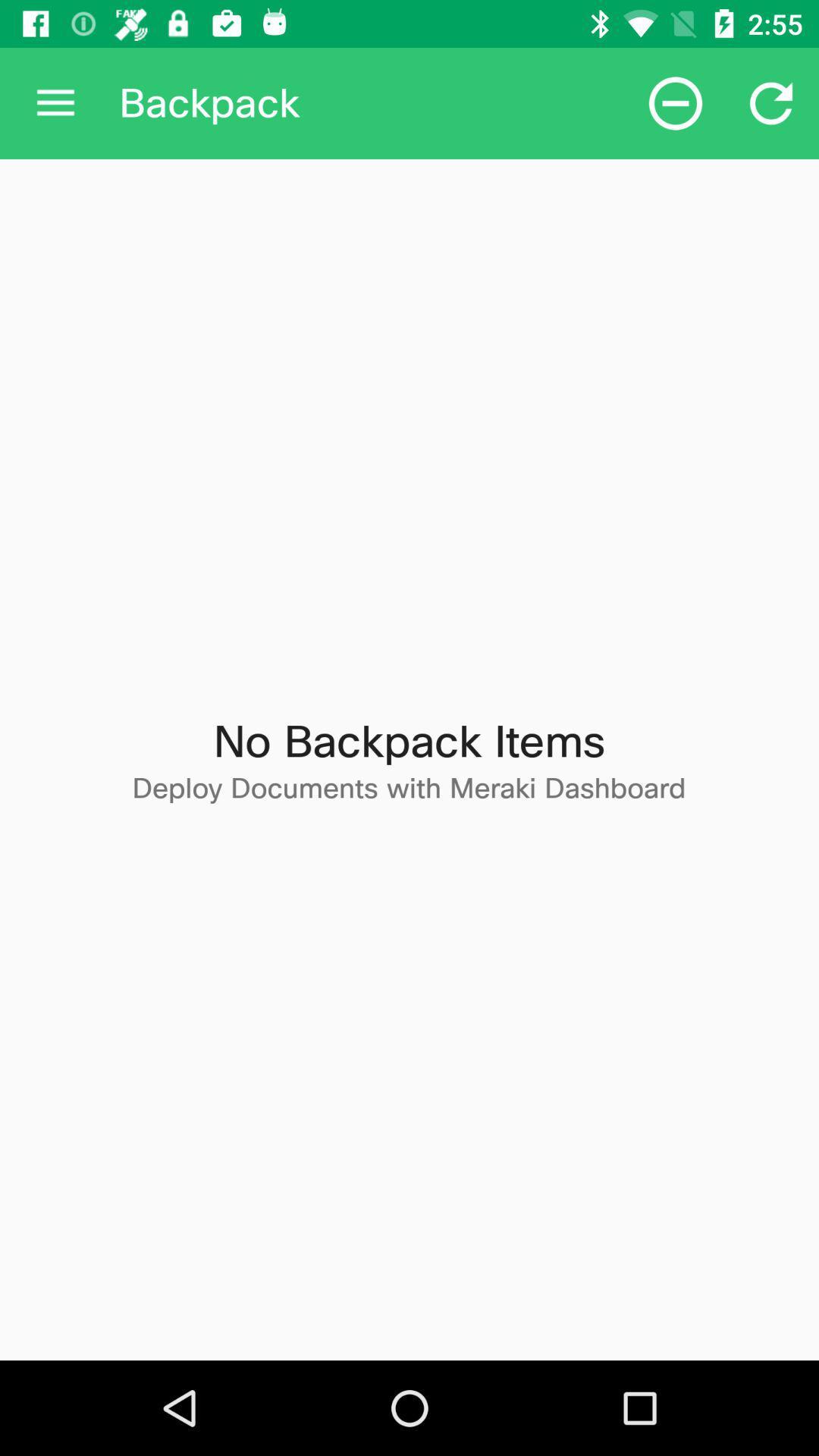  What do you see at coordinates (55, 102) in the screenshot?
I see `icon to the left of backpack item` at bounding box center [55, 102].